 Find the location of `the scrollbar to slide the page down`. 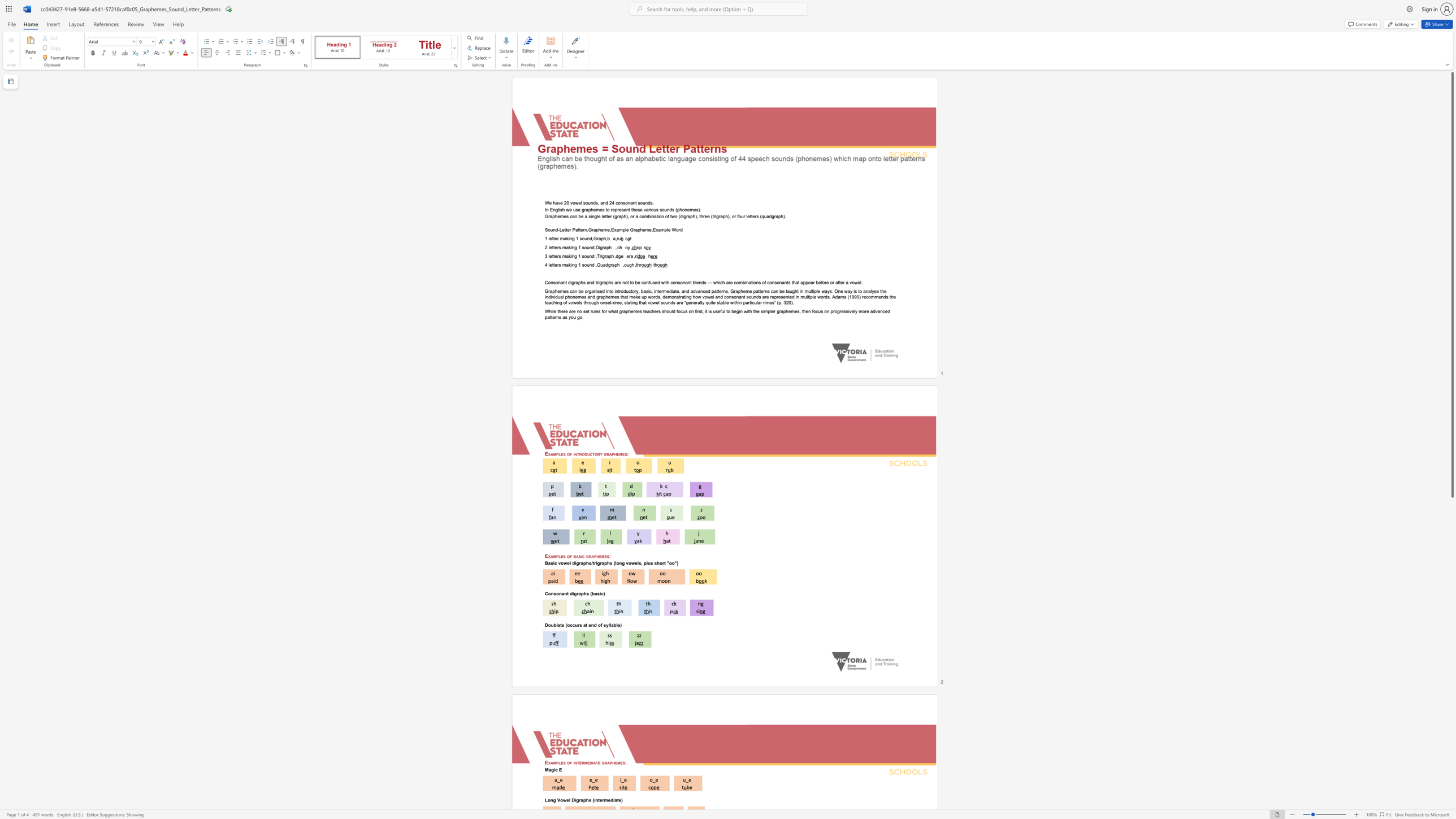

the scrollbar to slide the page down is located at coordinates (1451, 522).